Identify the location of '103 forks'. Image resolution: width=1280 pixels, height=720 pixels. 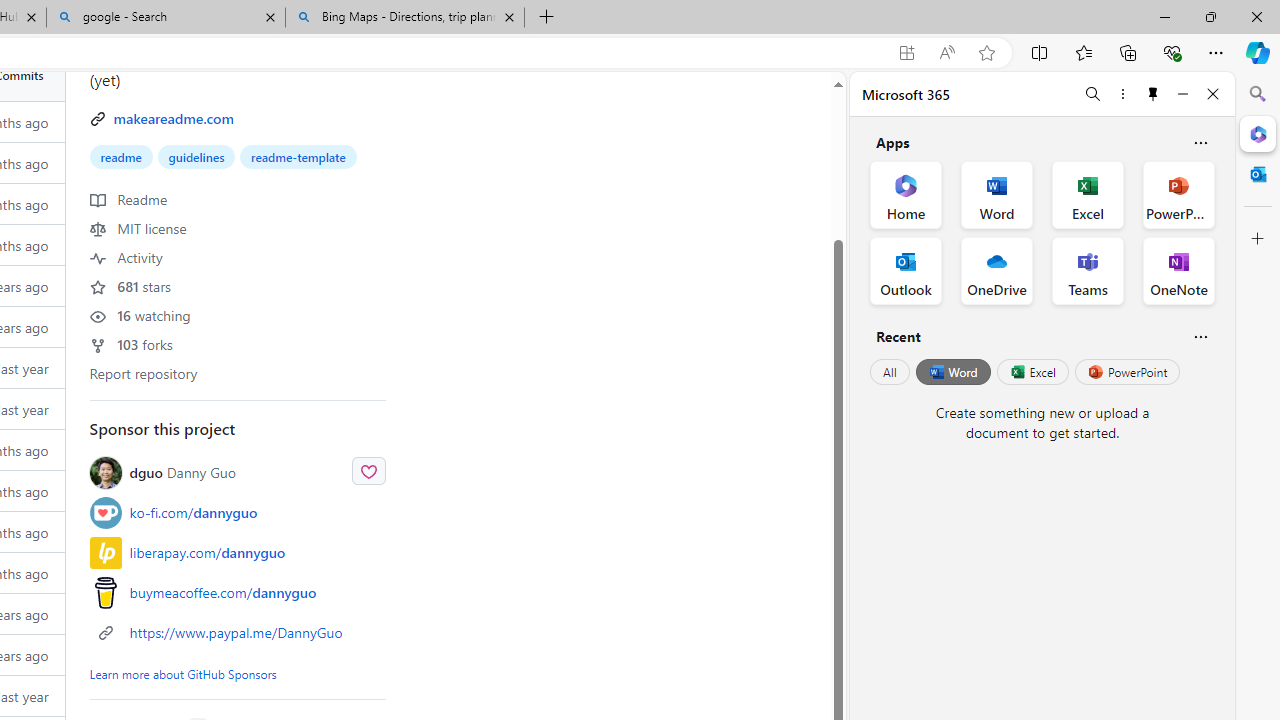
(130, 343).